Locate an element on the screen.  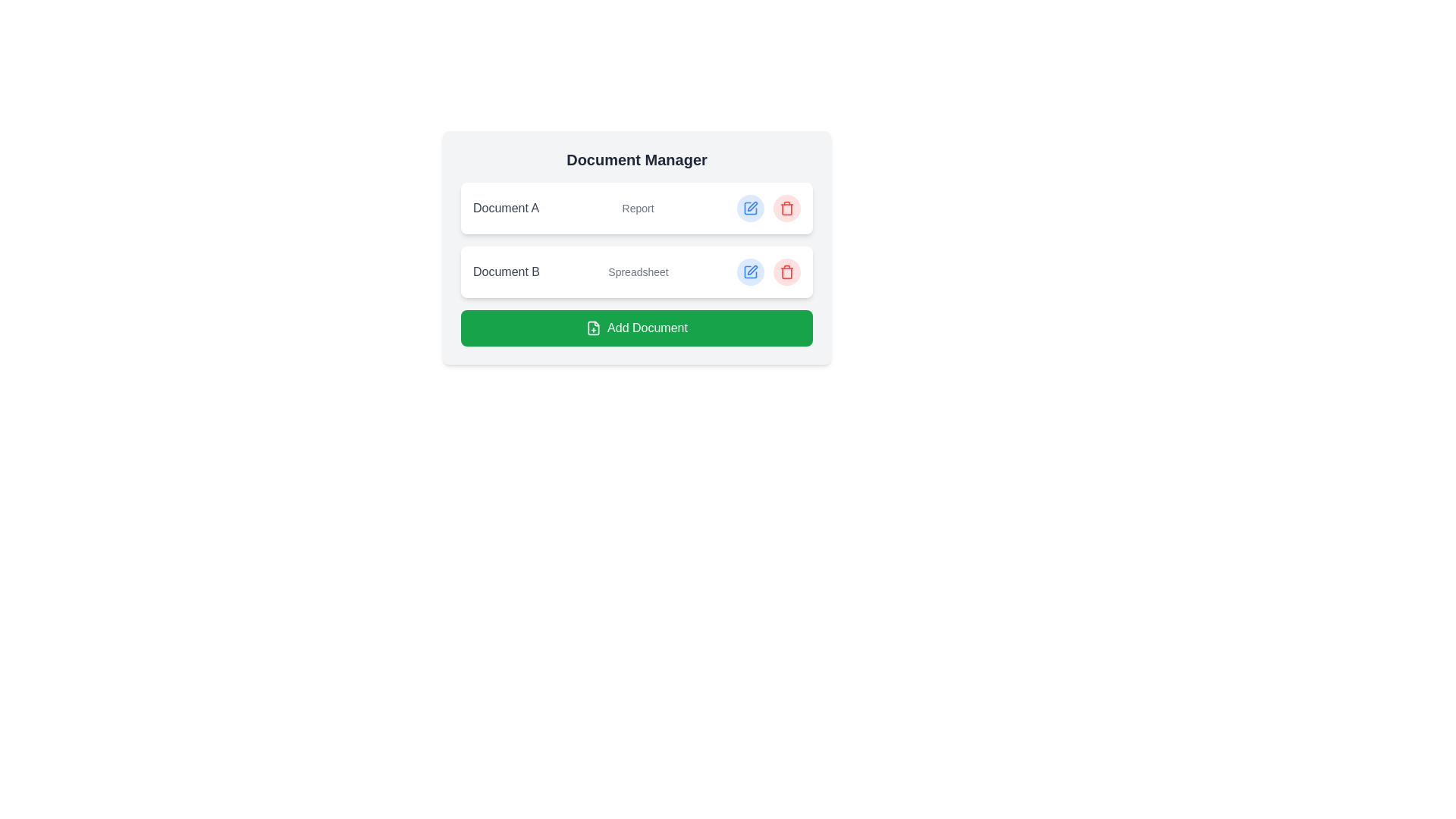
the icon button resembling a pen and a square, which is located adjacent to the 'Document B' entry in the document manager interface is located at coordinates (752, 269).